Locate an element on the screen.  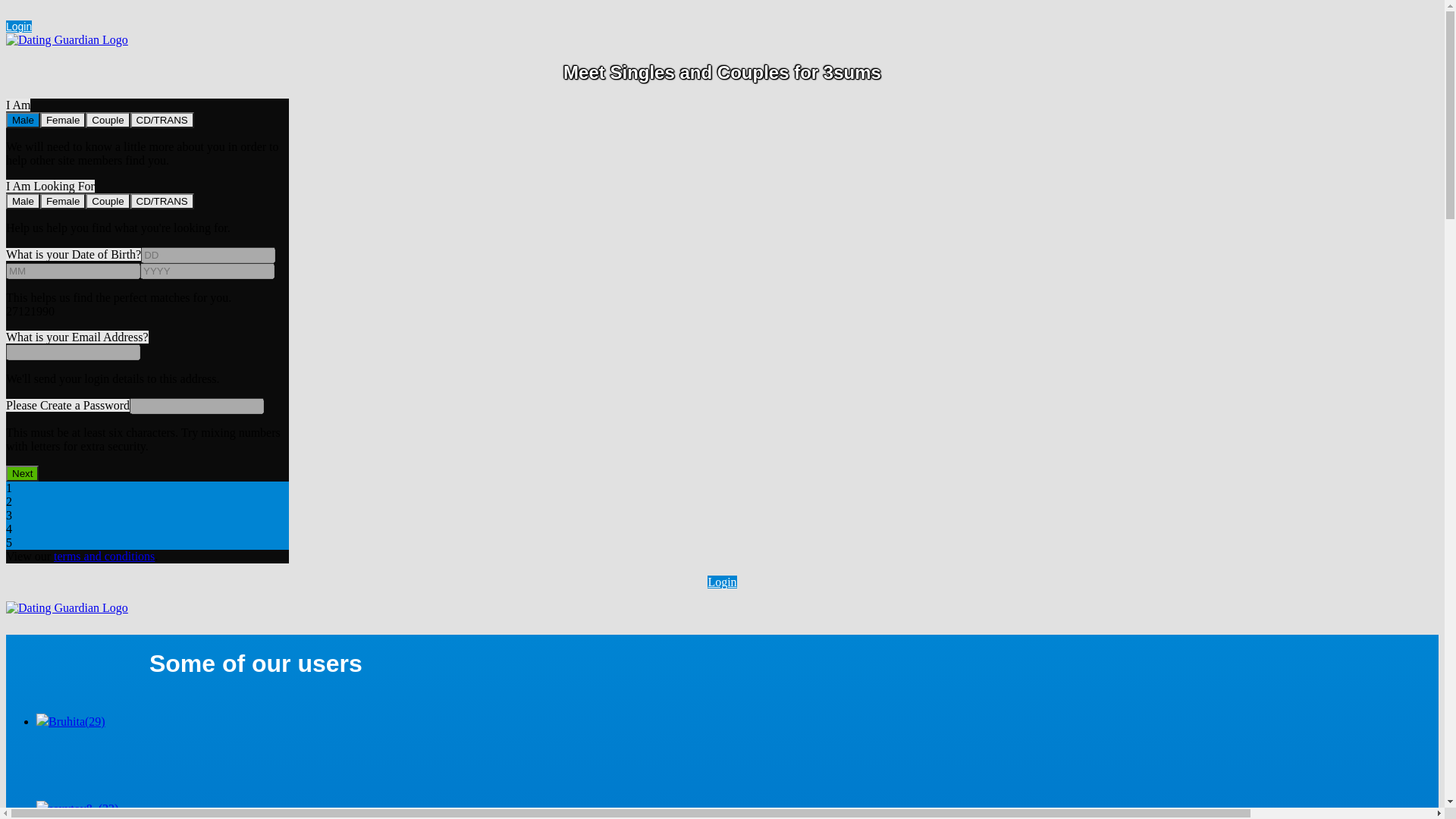
'CD/TRANS' is located at coordinates (162, 119).